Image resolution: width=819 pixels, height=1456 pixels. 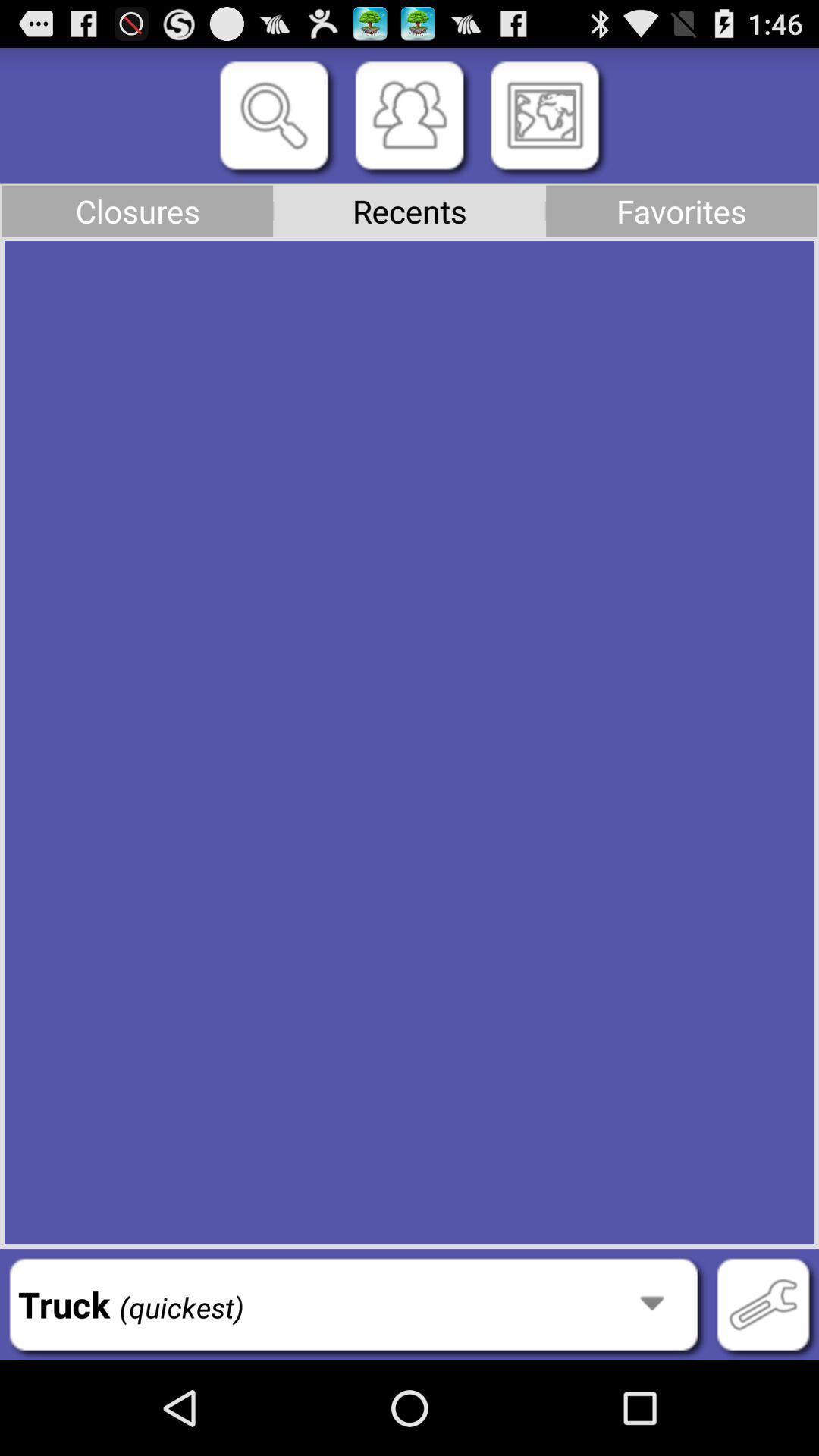 I want to click on the search icon, so click(x=274, y=124).